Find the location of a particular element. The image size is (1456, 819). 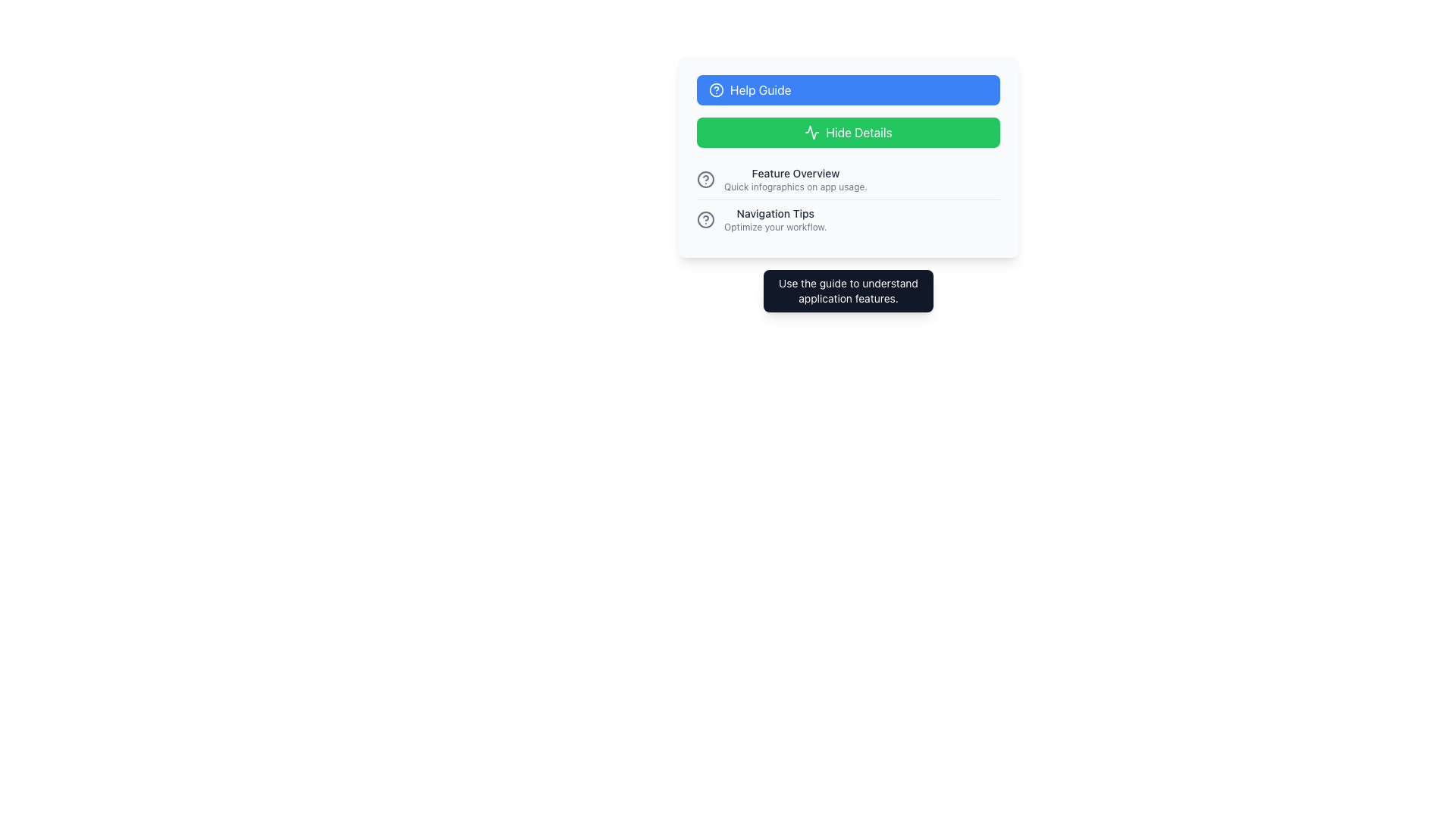

explanatory text 'Optimize your workflow.' which is styled in gray and positioned below the title 'Navigation Tips' in the right section of the interface is located at coordinates (775, 227).